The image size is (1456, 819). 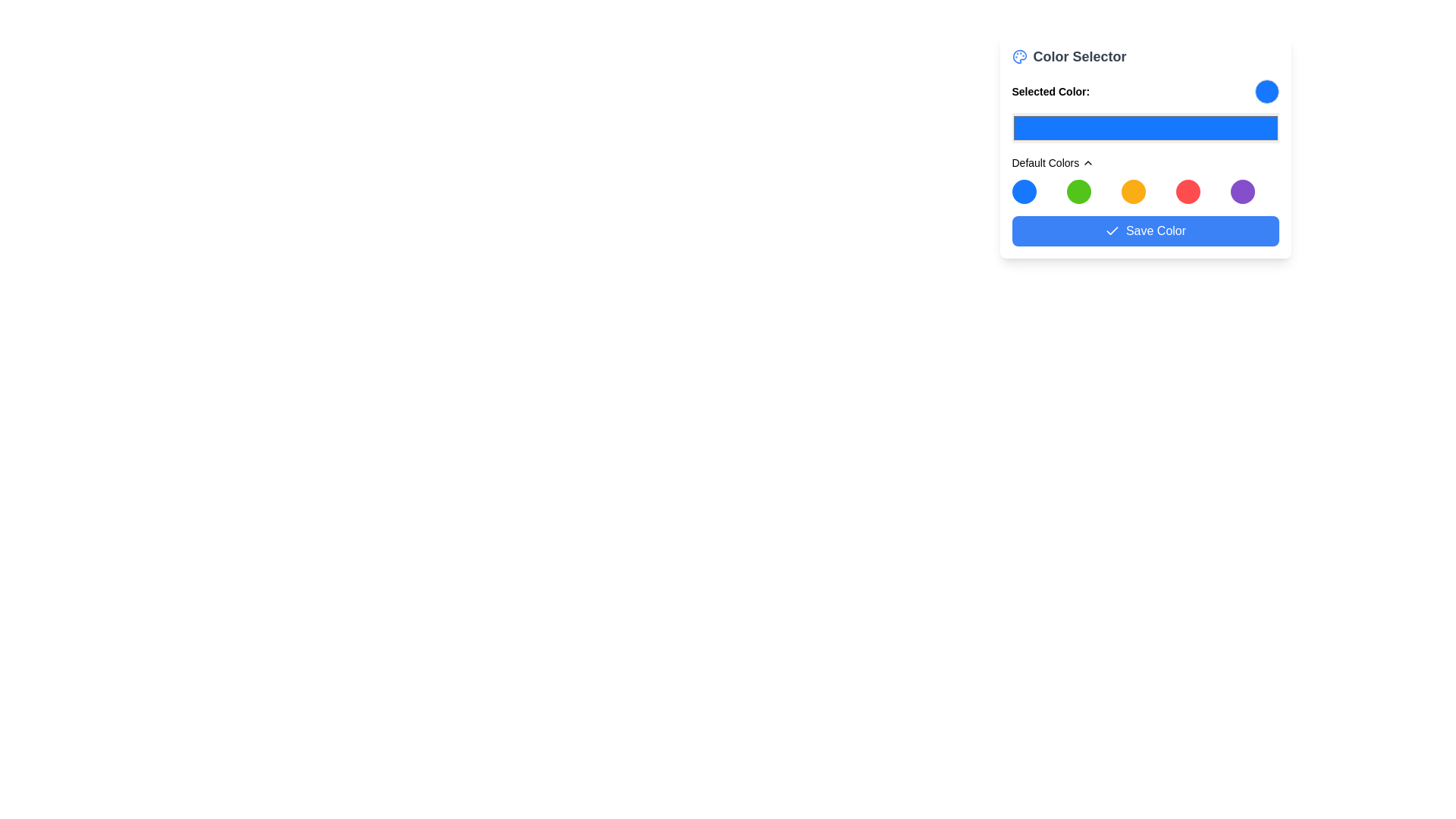 What do you see at coordinates (1266, 91) in the screenshot?
I see `the Static color indicator located to the right of the 'Selected Color:' label in the top-right corner of the interface segment` at bounding box center [1266, 91].